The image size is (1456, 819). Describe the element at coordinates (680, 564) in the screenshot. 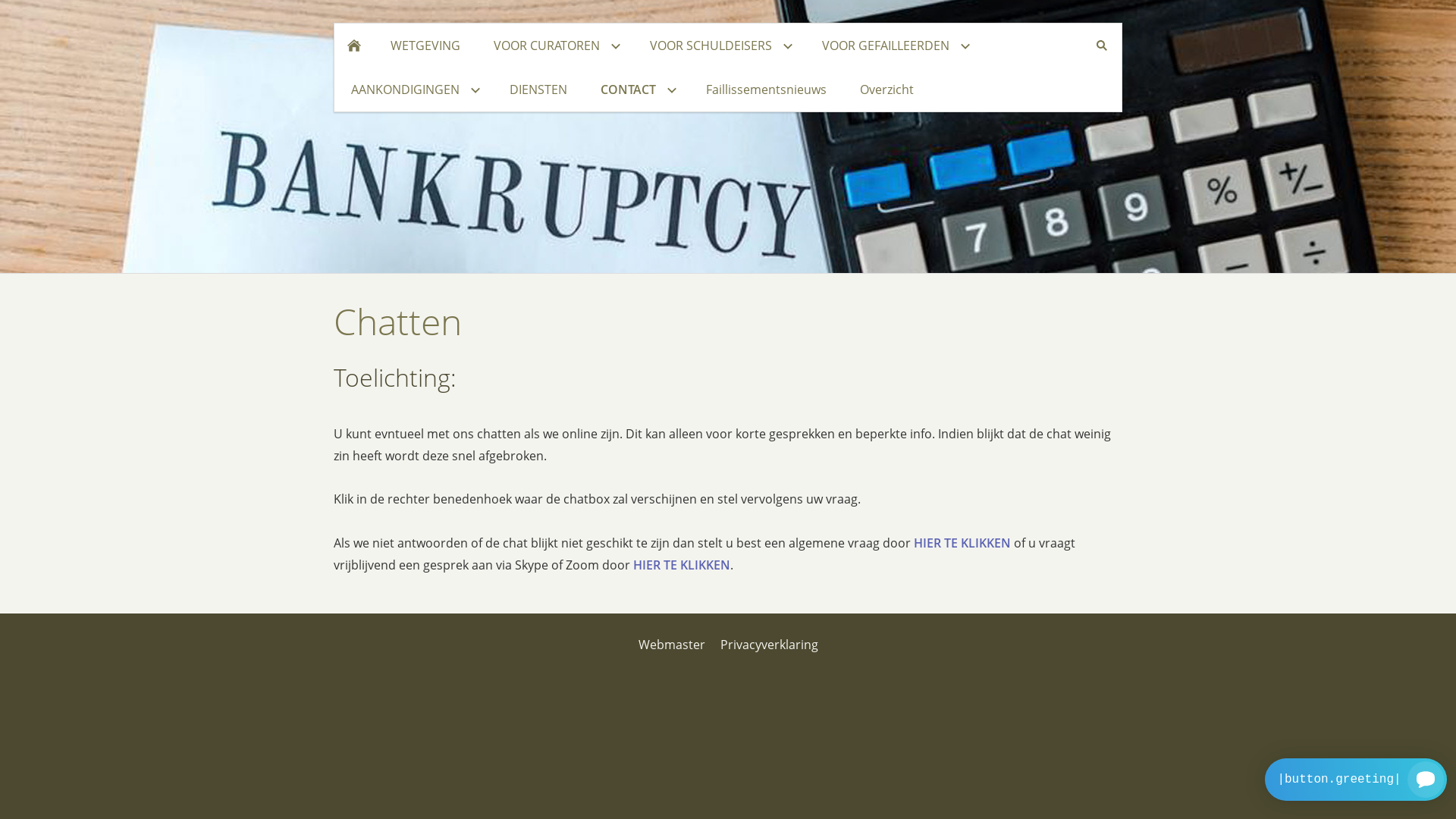

I see `'HIER TE KLIKKEN'` at that location.